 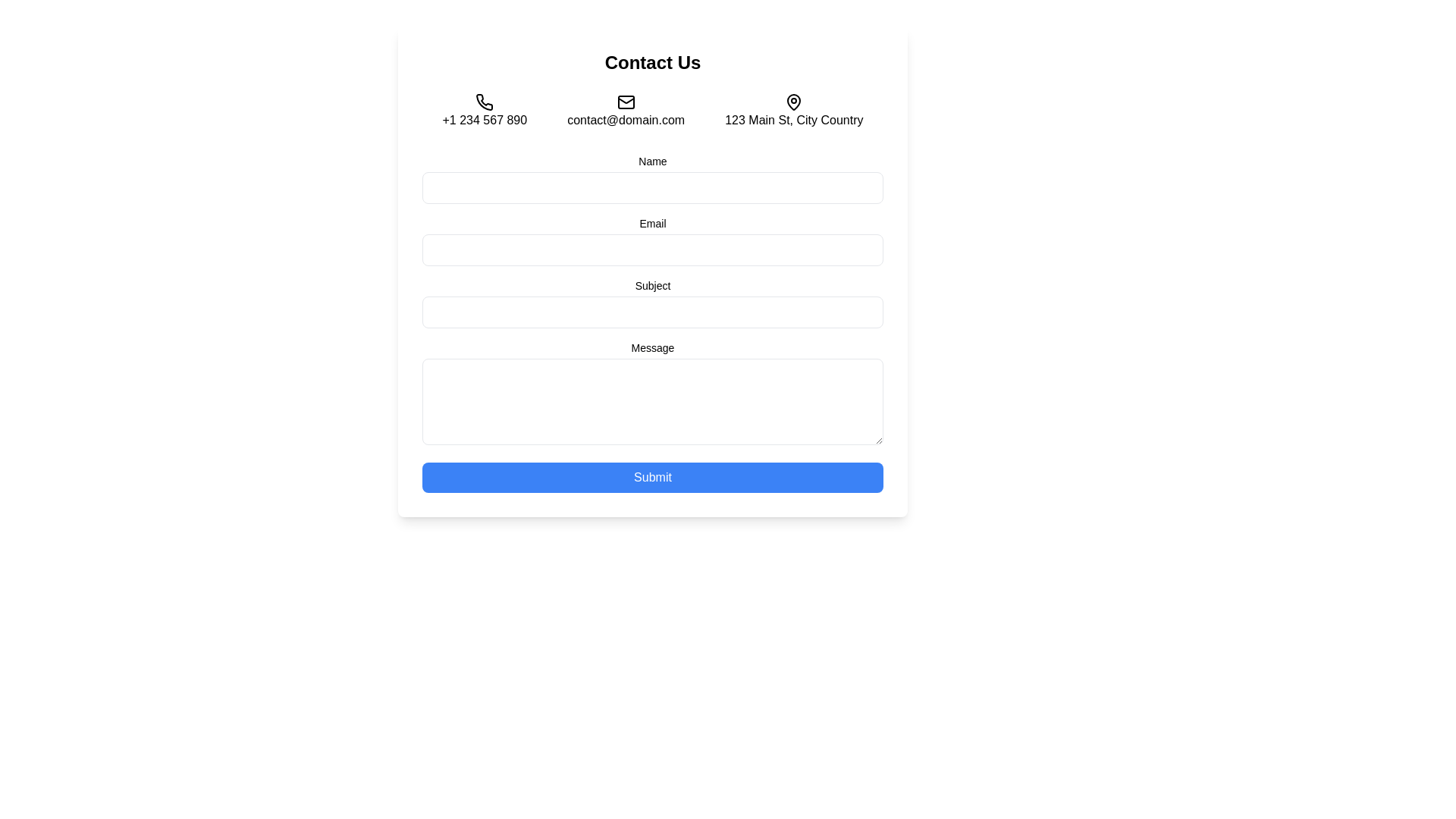 What do you see at coordinates (484, 110) in the screenshot?
I see `the phone icon or the text label displaying the number '+1 234 567 890'` at bounding box center [484, 110].